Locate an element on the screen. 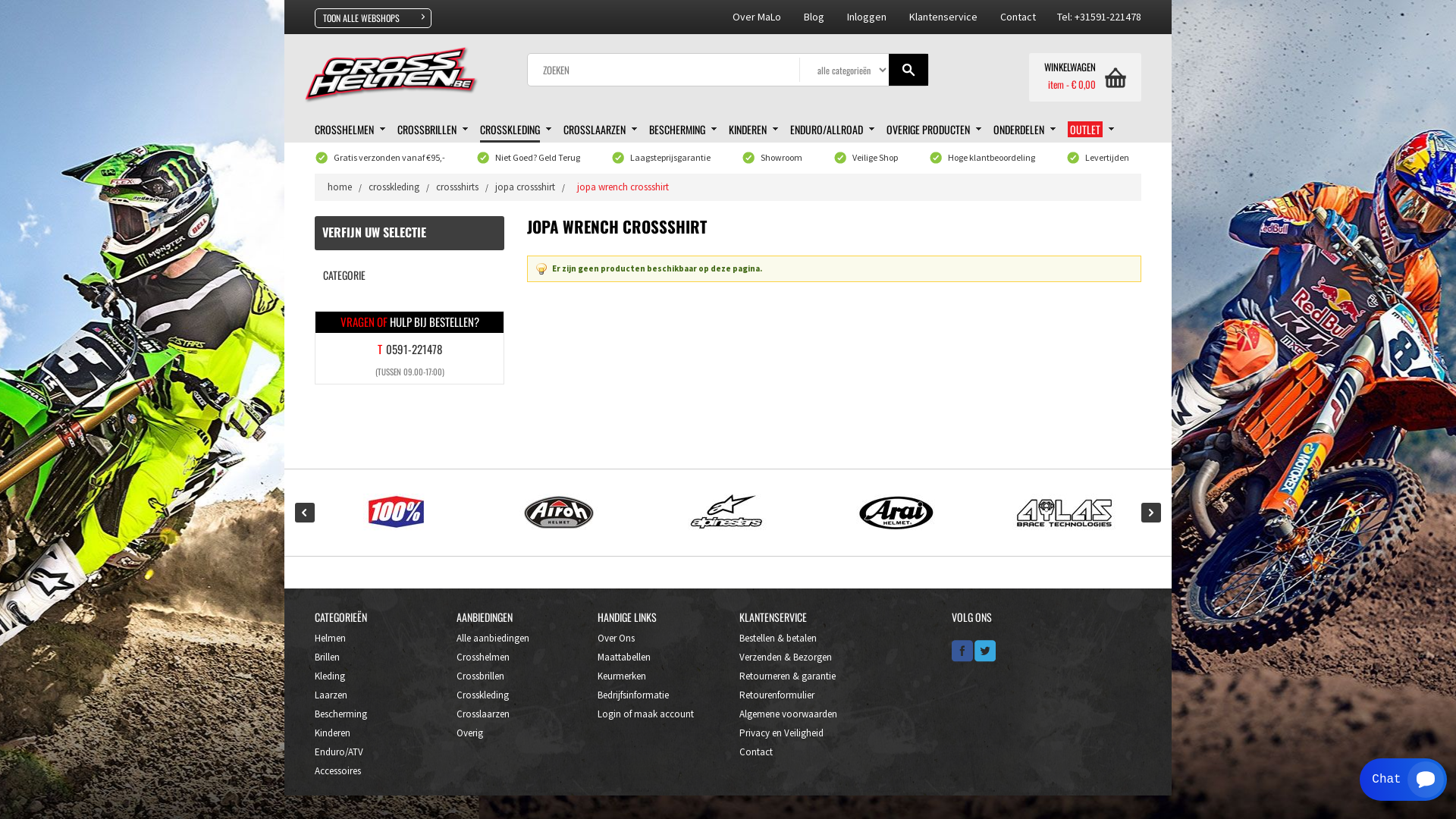  'KINDEREN' is located at coordinates (753, 128).